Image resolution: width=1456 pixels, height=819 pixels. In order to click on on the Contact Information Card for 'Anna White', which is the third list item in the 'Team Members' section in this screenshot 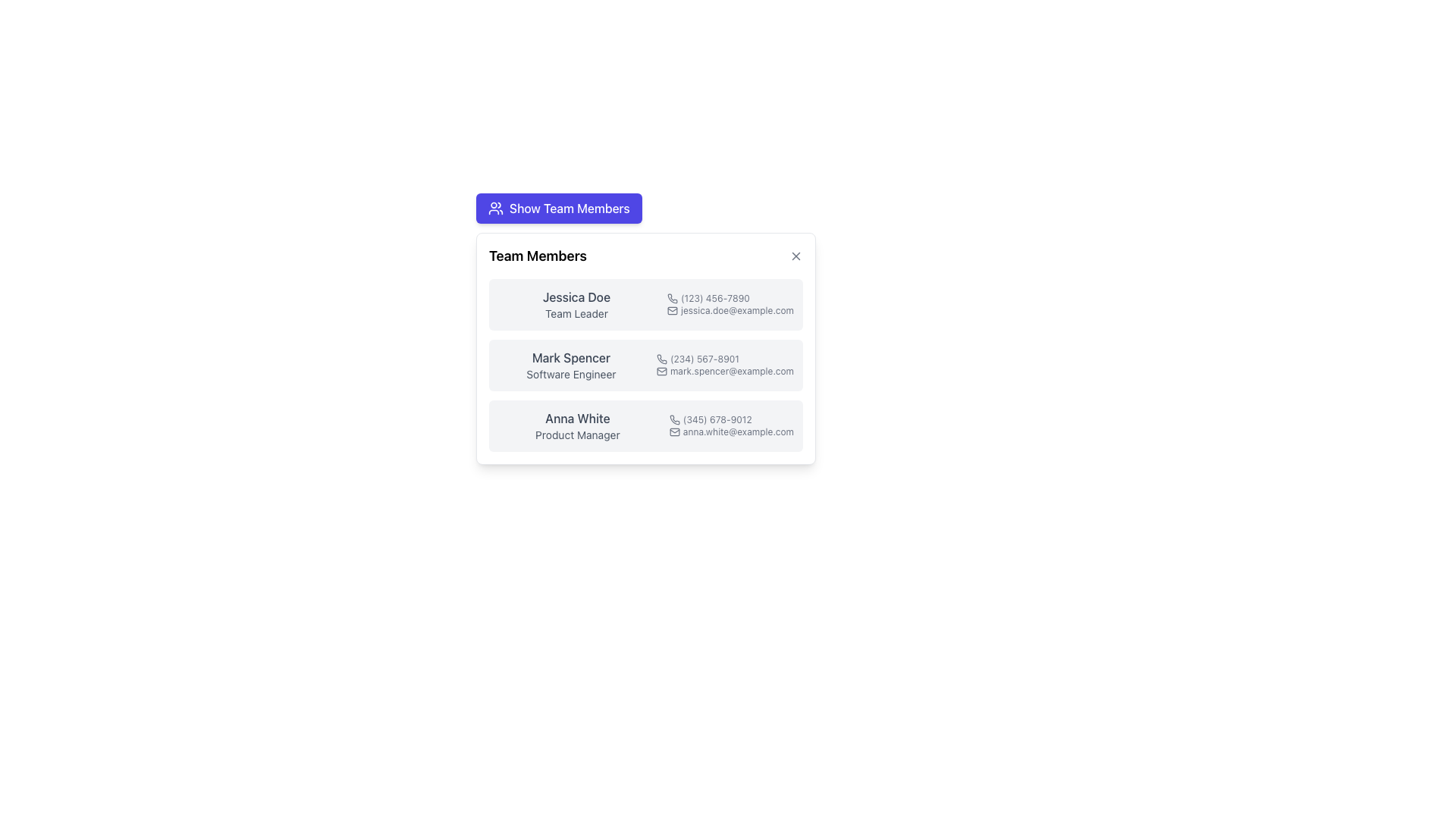, I will do `click(645, 426)`.